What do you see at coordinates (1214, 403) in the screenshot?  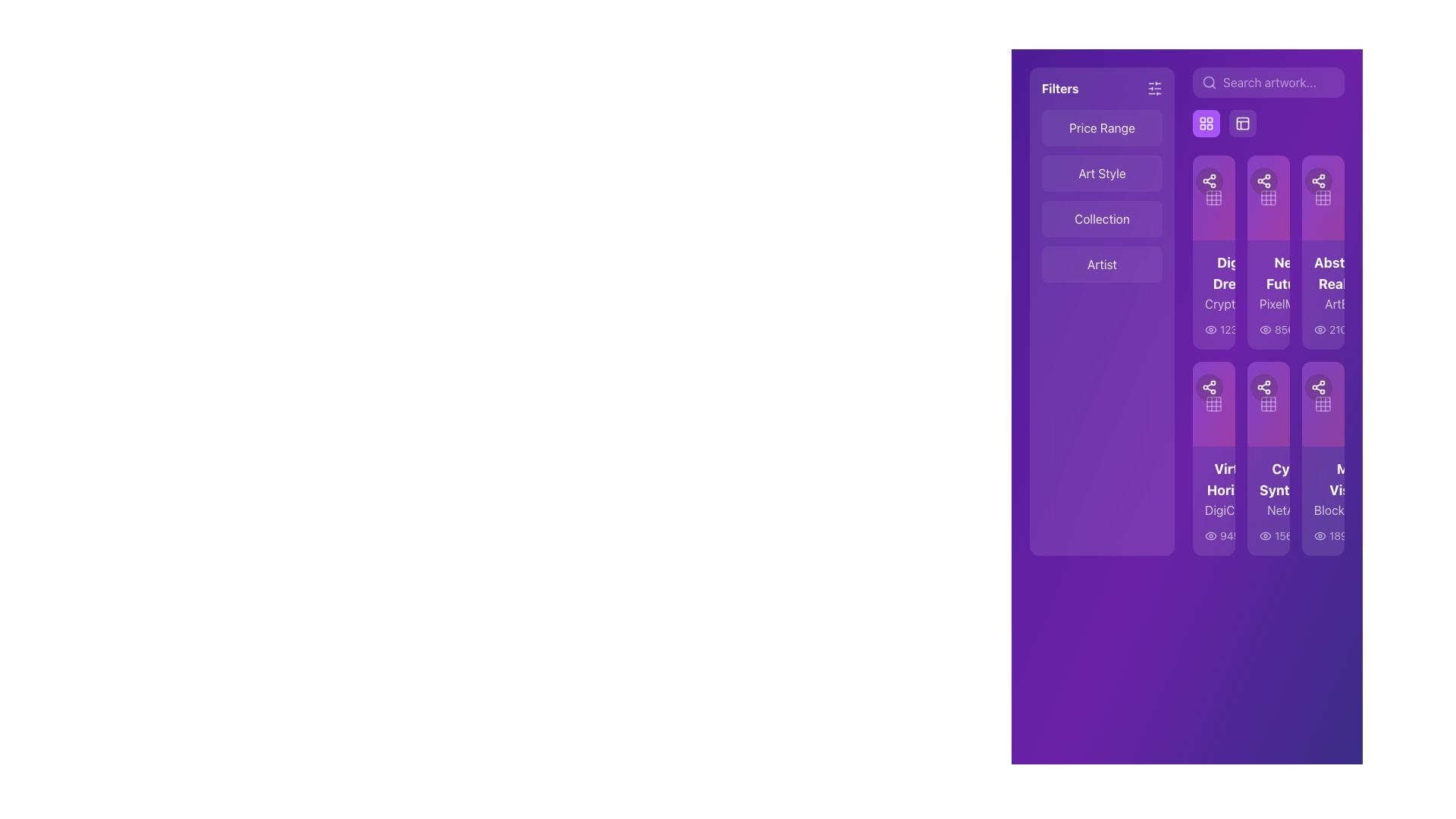 I see `the grid icon button` at bounding box center [1214, 403].